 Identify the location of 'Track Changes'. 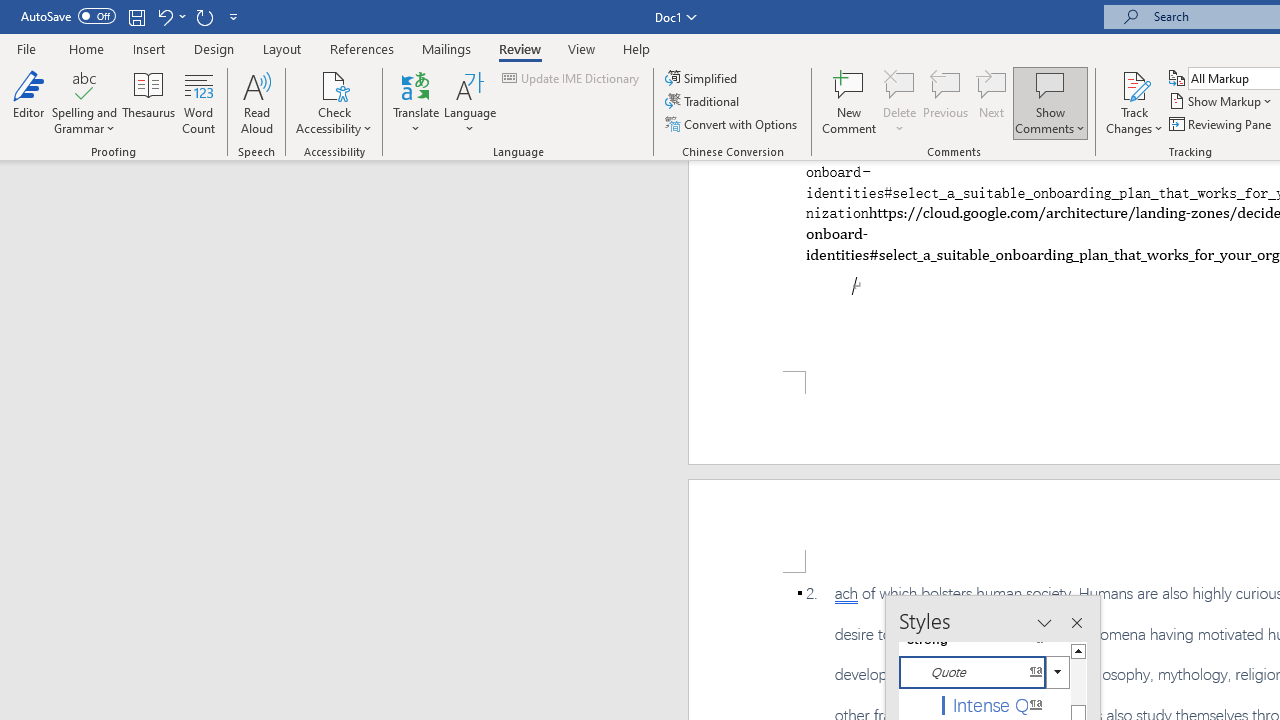
(1134, 84).